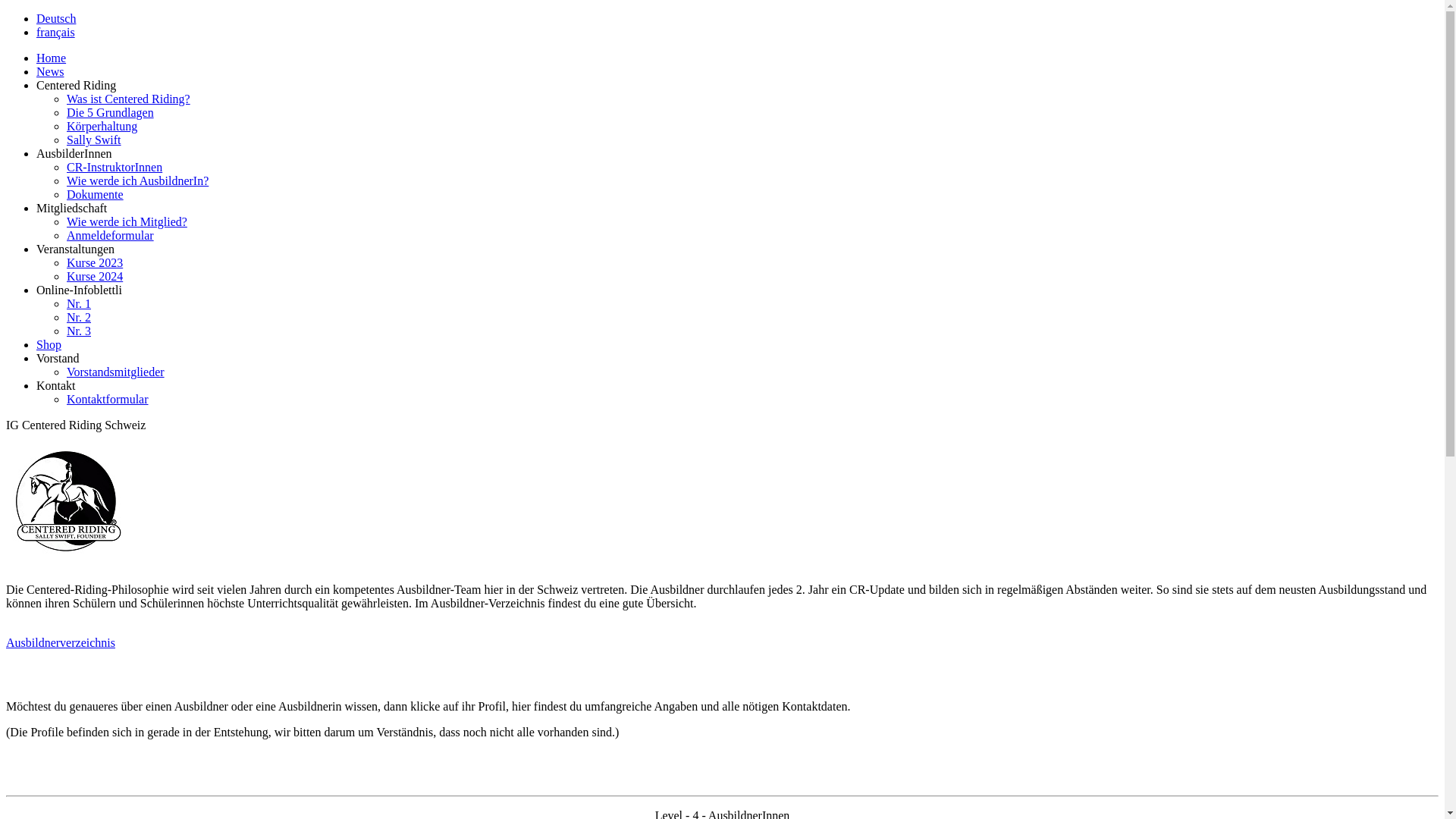  I want to click on 'Vorstandsmitglieder', so click(115, 372).